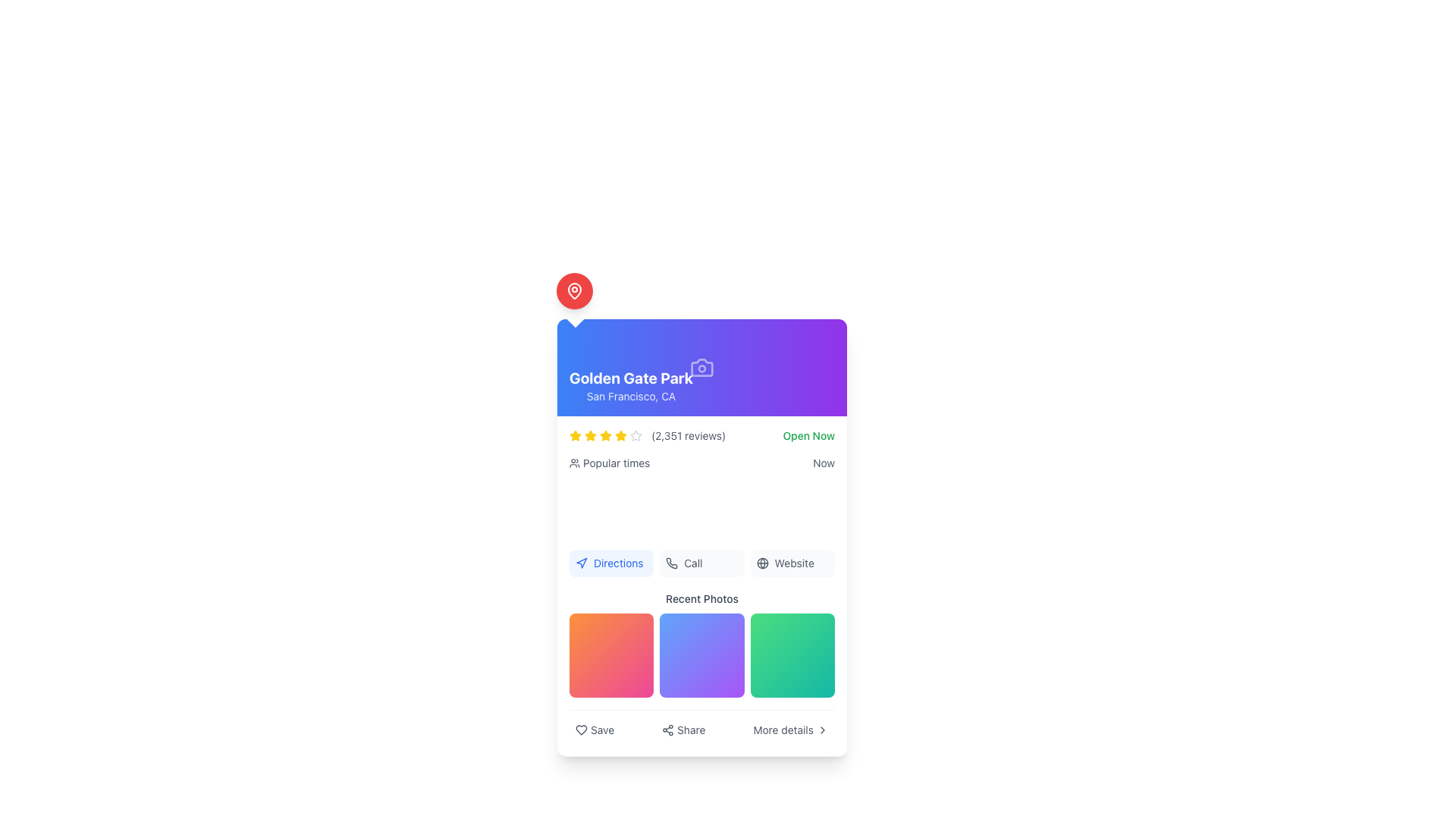 Image resolution: width=1456 pixels, height=819 pixels. What do you see at coordinates (783, 730) in the screenshot?
I see `the informational text label located` at bounding box center [783, 730].